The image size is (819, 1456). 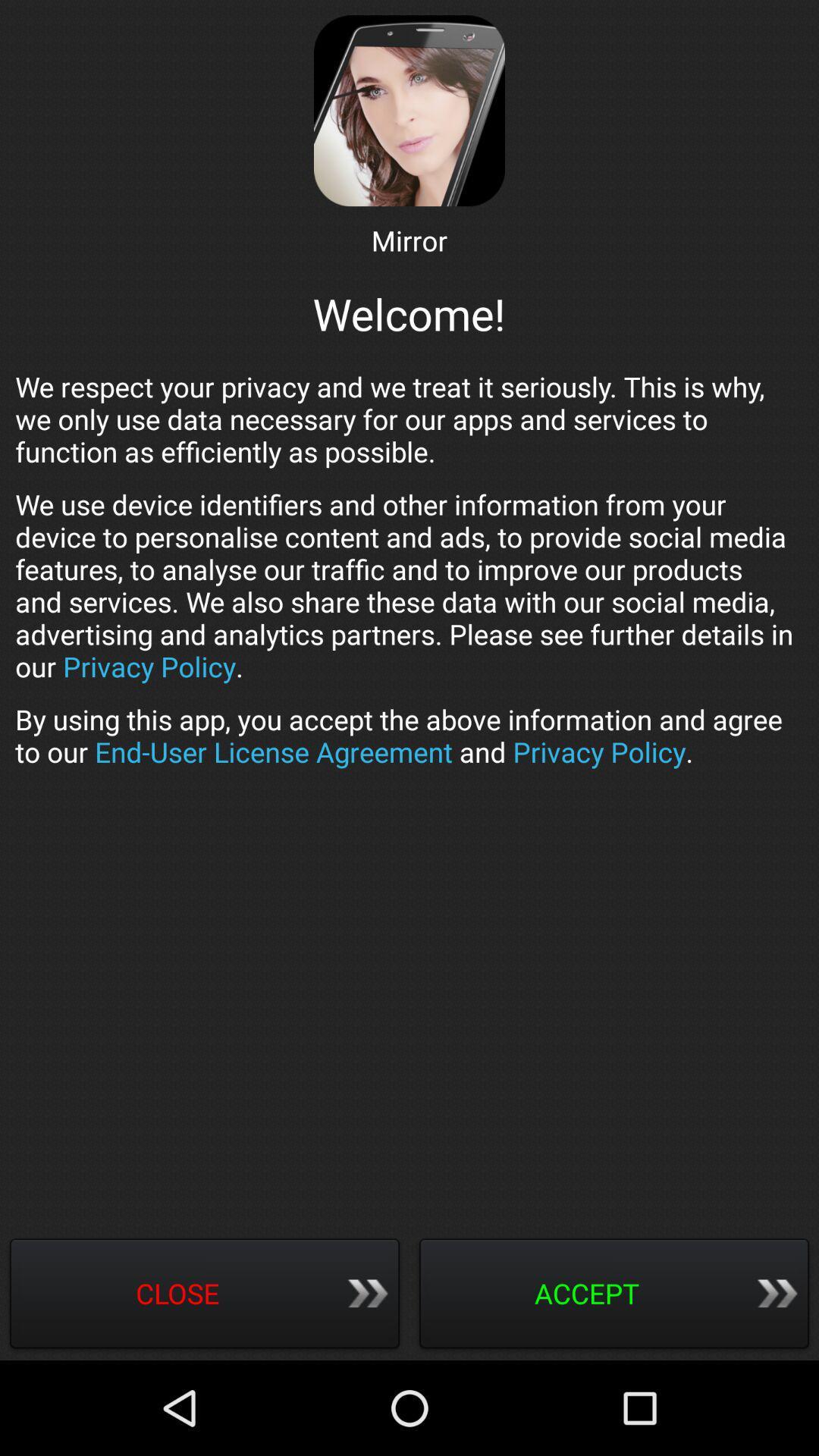 What do you see at coordinates (409, 736) in the screenshot?
I see `button above the close icon` at bounding box center [409, 736].